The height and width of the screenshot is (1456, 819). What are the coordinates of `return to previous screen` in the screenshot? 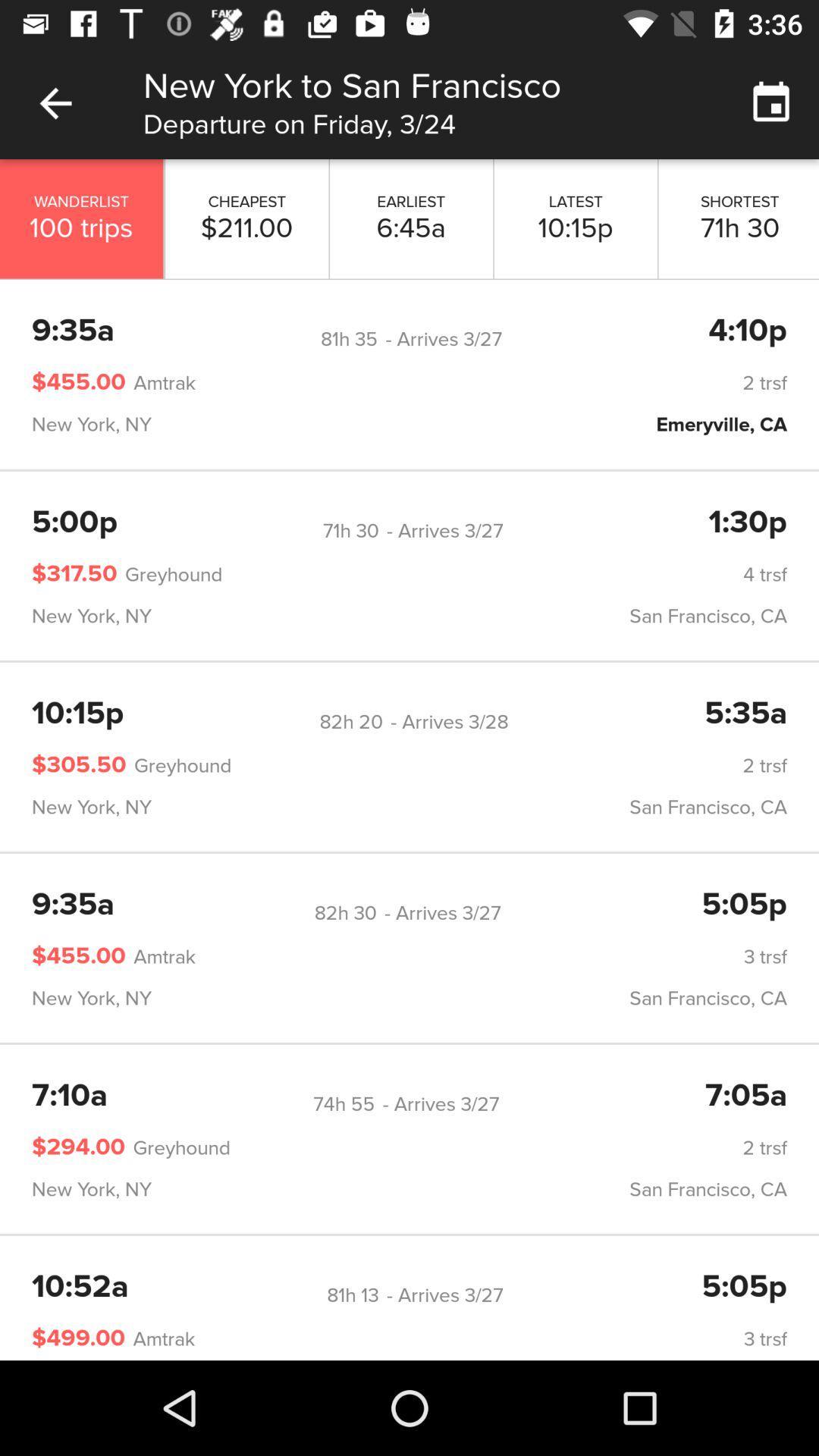 It's located at (55, 102).